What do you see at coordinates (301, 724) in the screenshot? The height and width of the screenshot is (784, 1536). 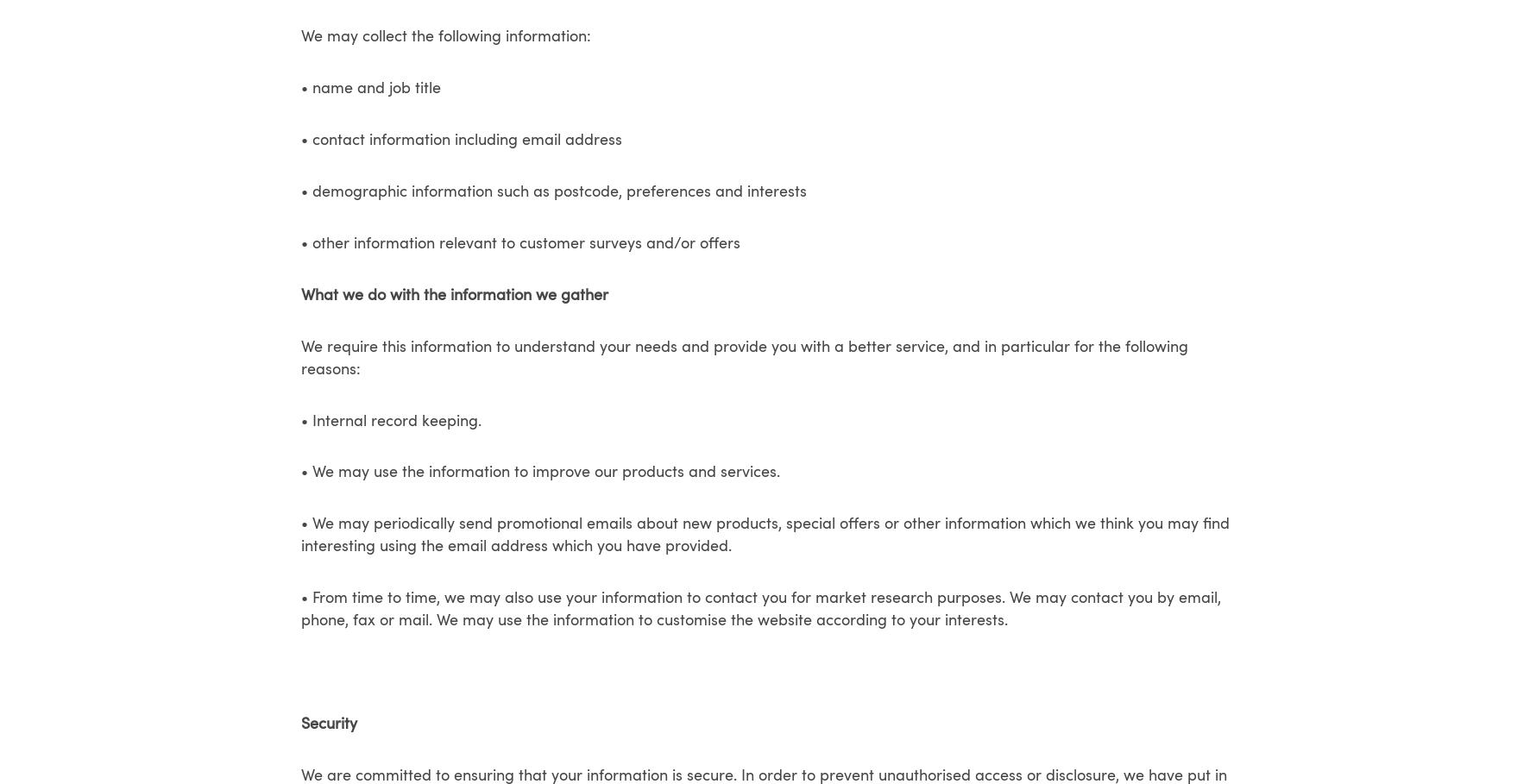 I see `'Security'` at bounding box center [301, 724].